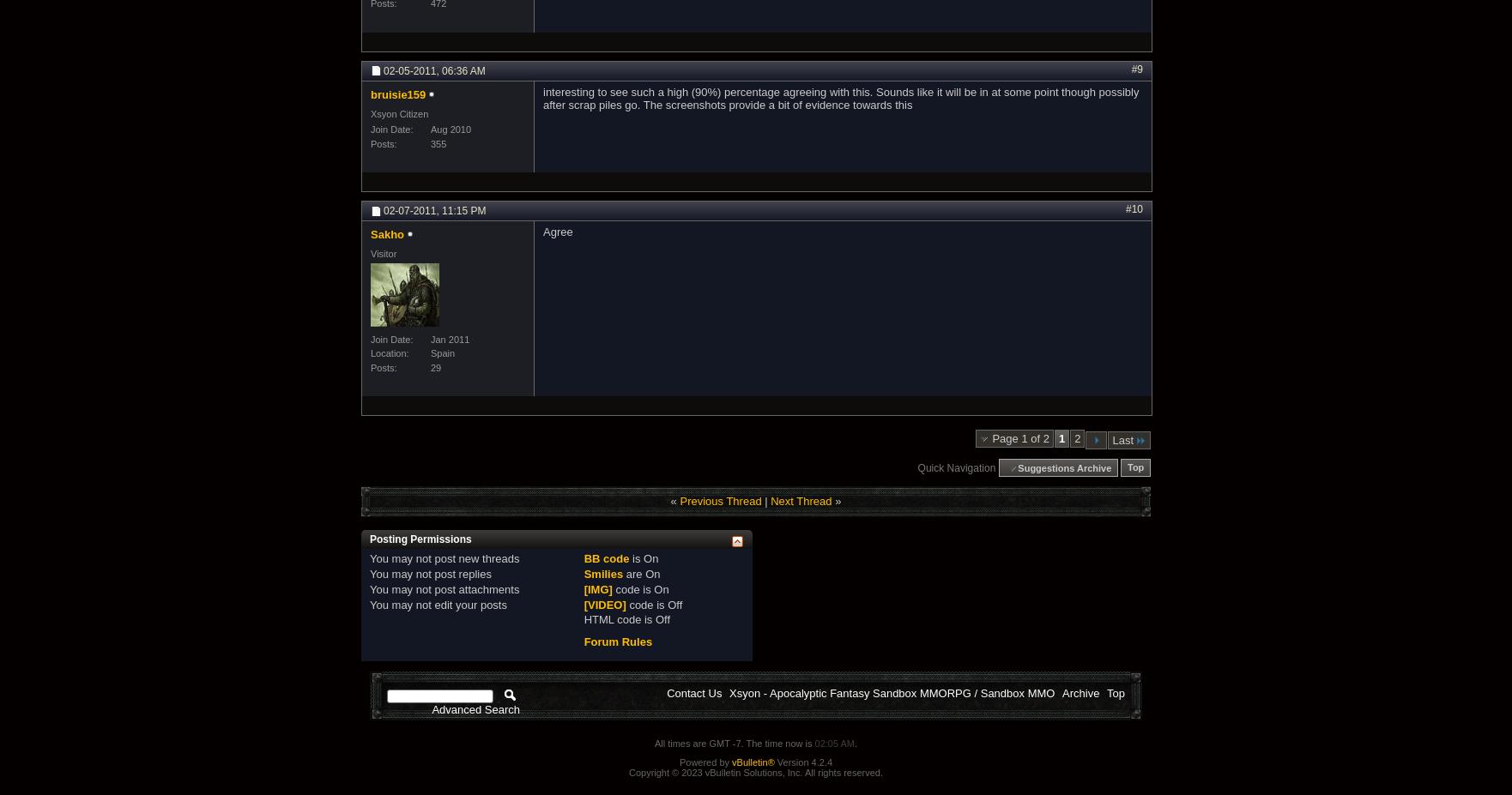 This screenshot has height=795, width=1512. I want to click on '2', so click(1077, 437).